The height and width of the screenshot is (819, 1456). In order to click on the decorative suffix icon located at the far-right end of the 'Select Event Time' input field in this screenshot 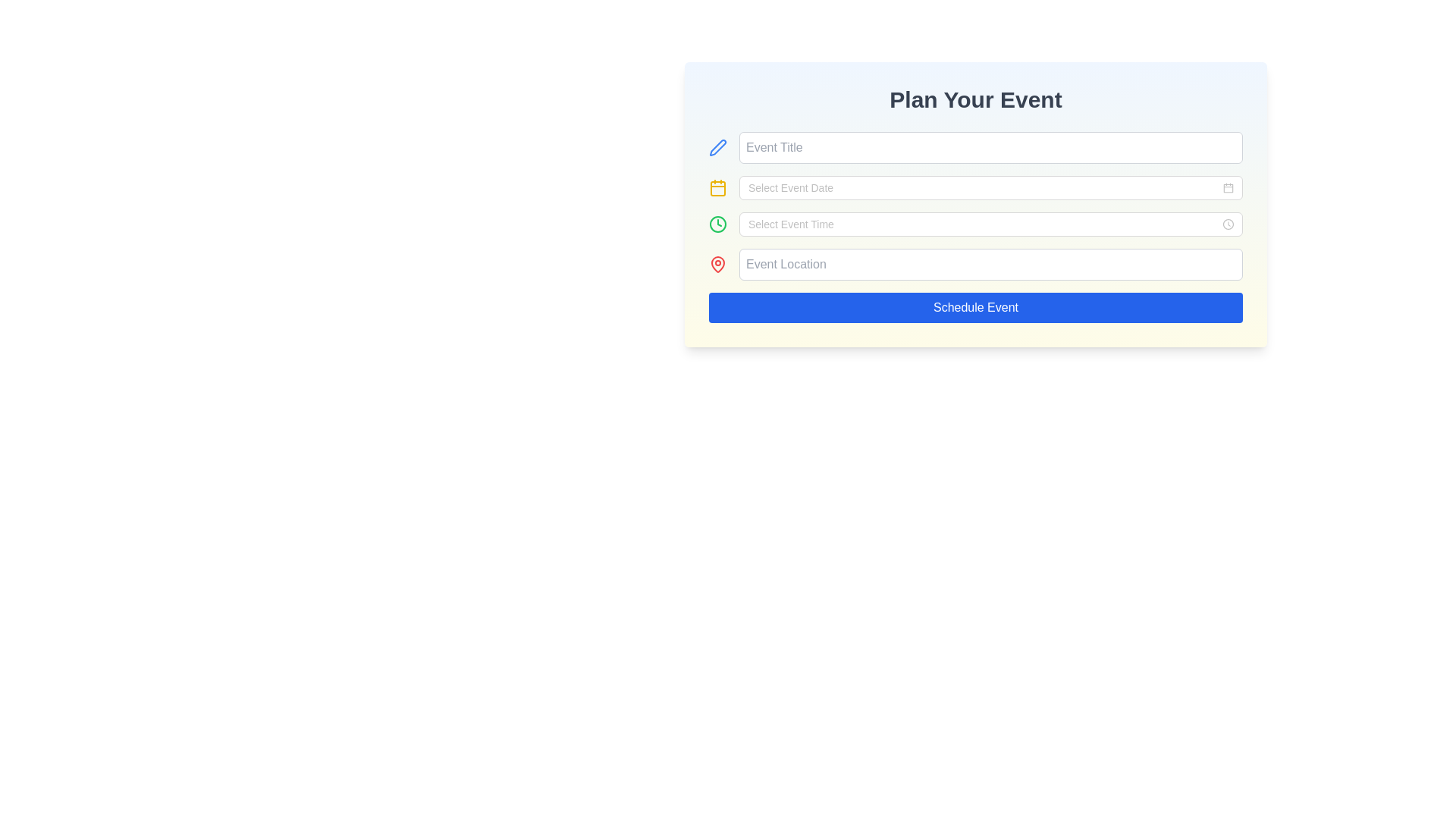, I will do `click(1228, 224)`.